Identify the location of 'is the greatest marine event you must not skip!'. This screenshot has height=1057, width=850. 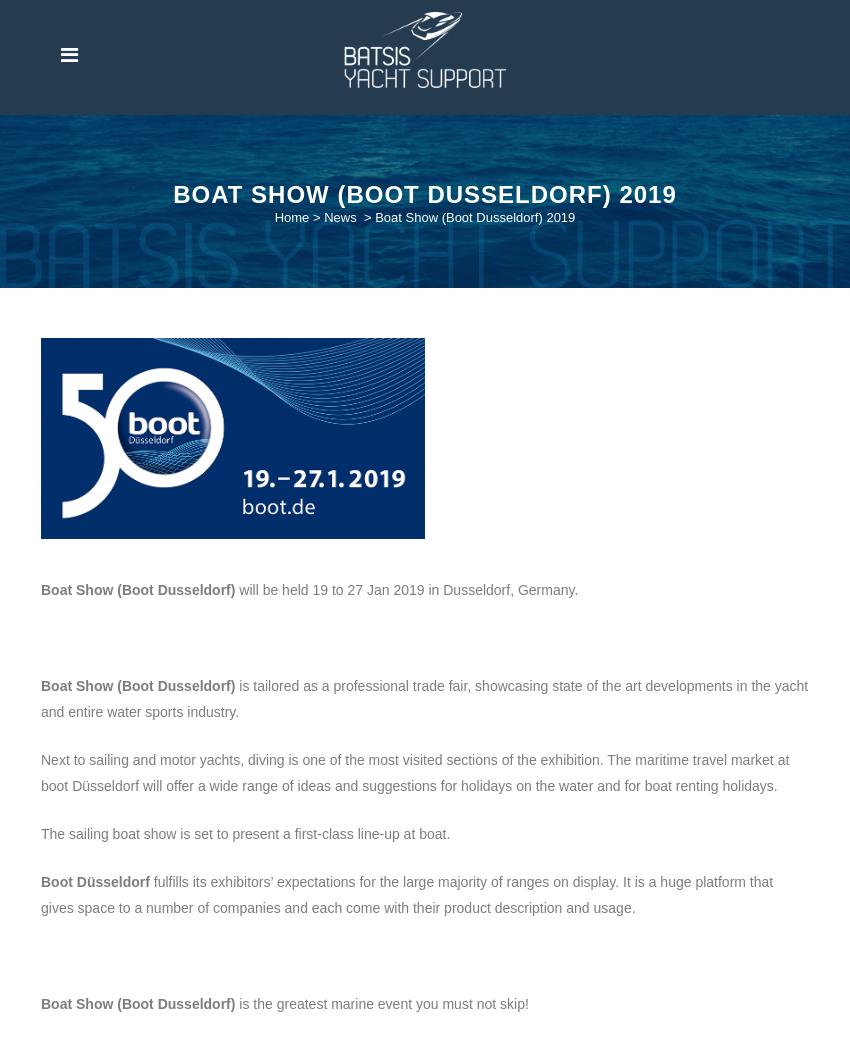
(380, 1001).